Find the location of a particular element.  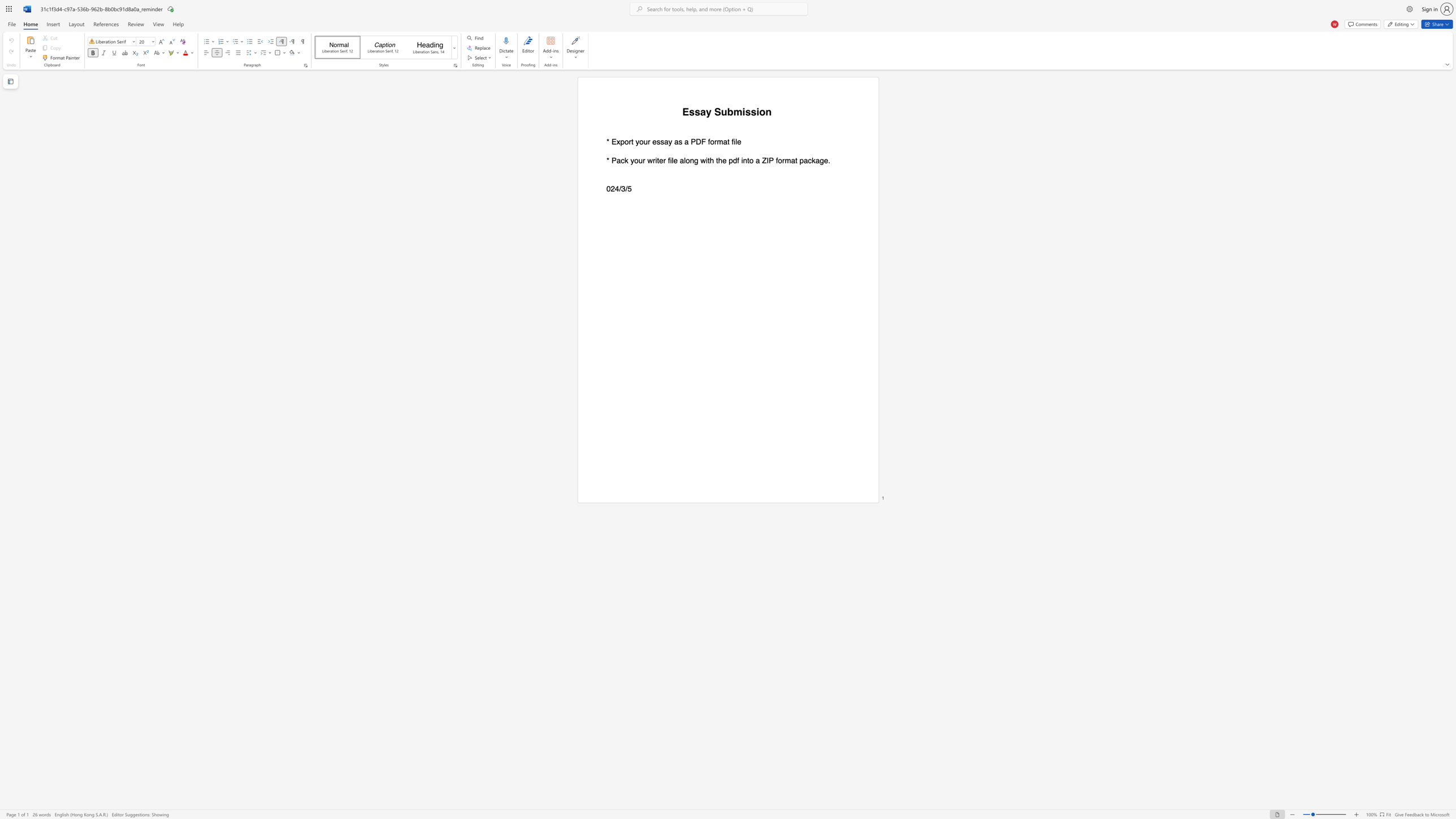

the subset text "Su" within the text "Essay Submission" is located at coordinates (714, 111).